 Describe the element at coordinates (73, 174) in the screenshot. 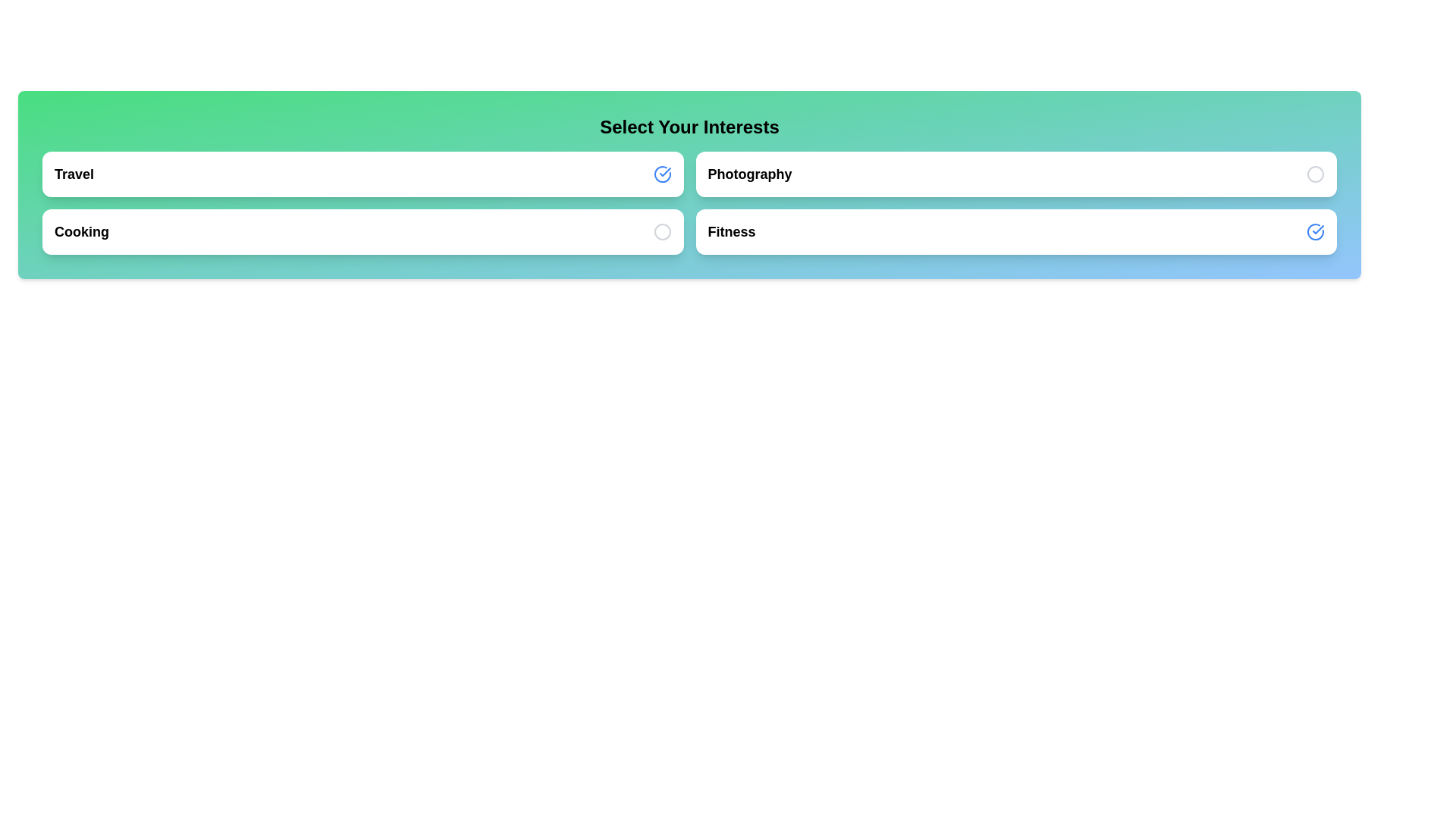

I see `the text label of Travel` at that location.